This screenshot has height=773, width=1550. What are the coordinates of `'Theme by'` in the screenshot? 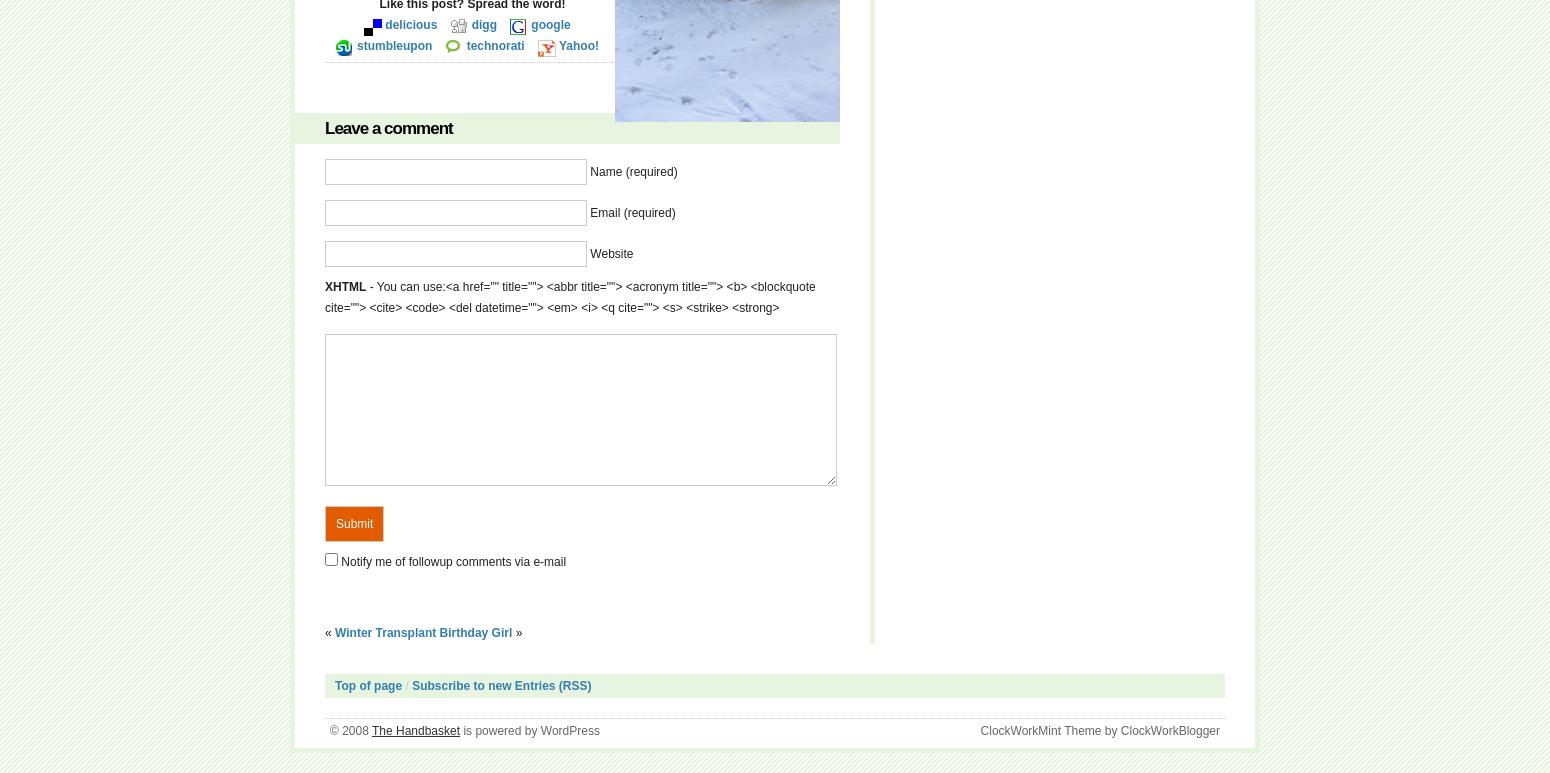 It's located at (1089, 731).